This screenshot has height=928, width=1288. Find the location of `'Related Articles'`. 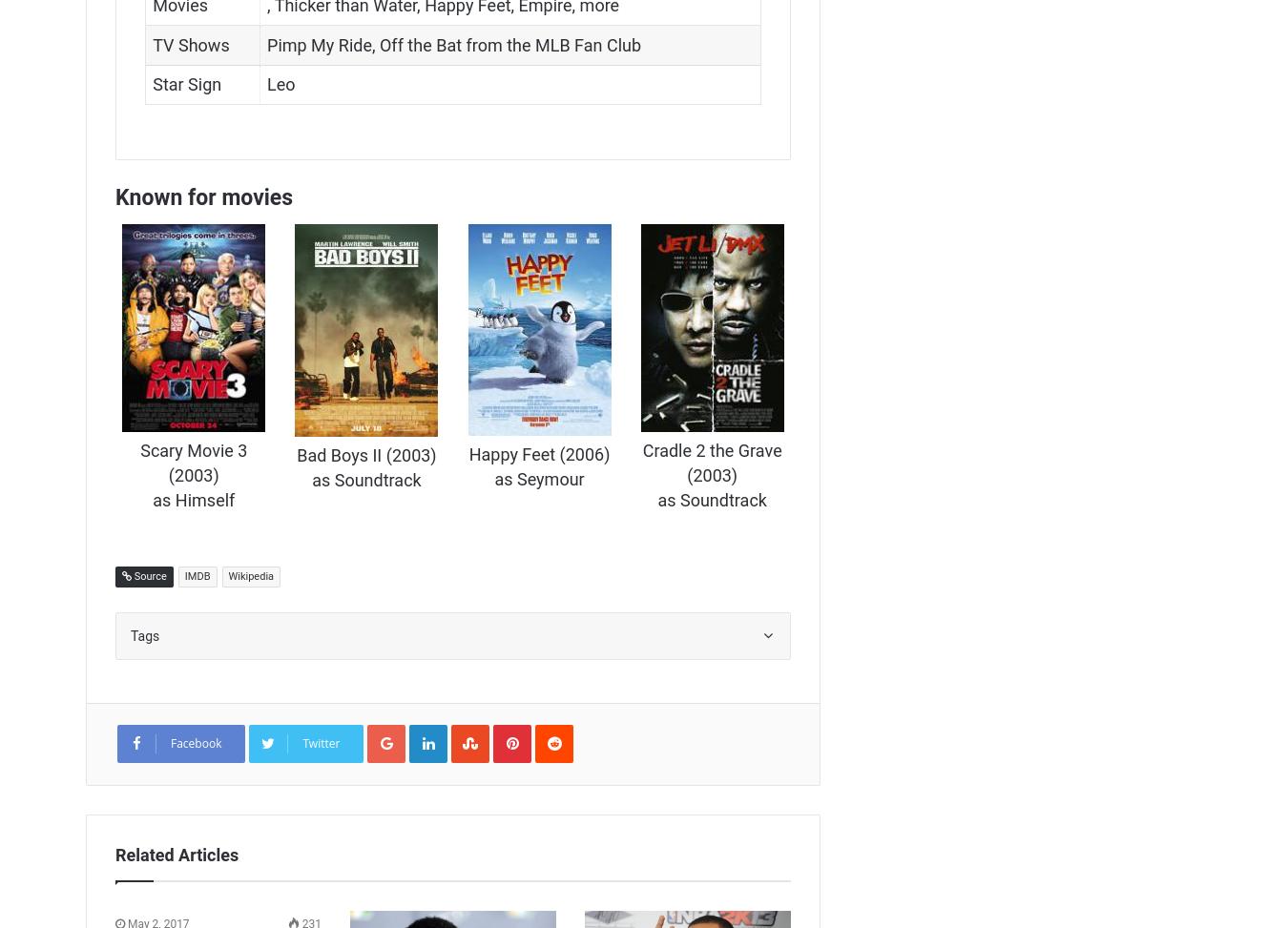

'Related Articles' is located at coordinates (177, 854).